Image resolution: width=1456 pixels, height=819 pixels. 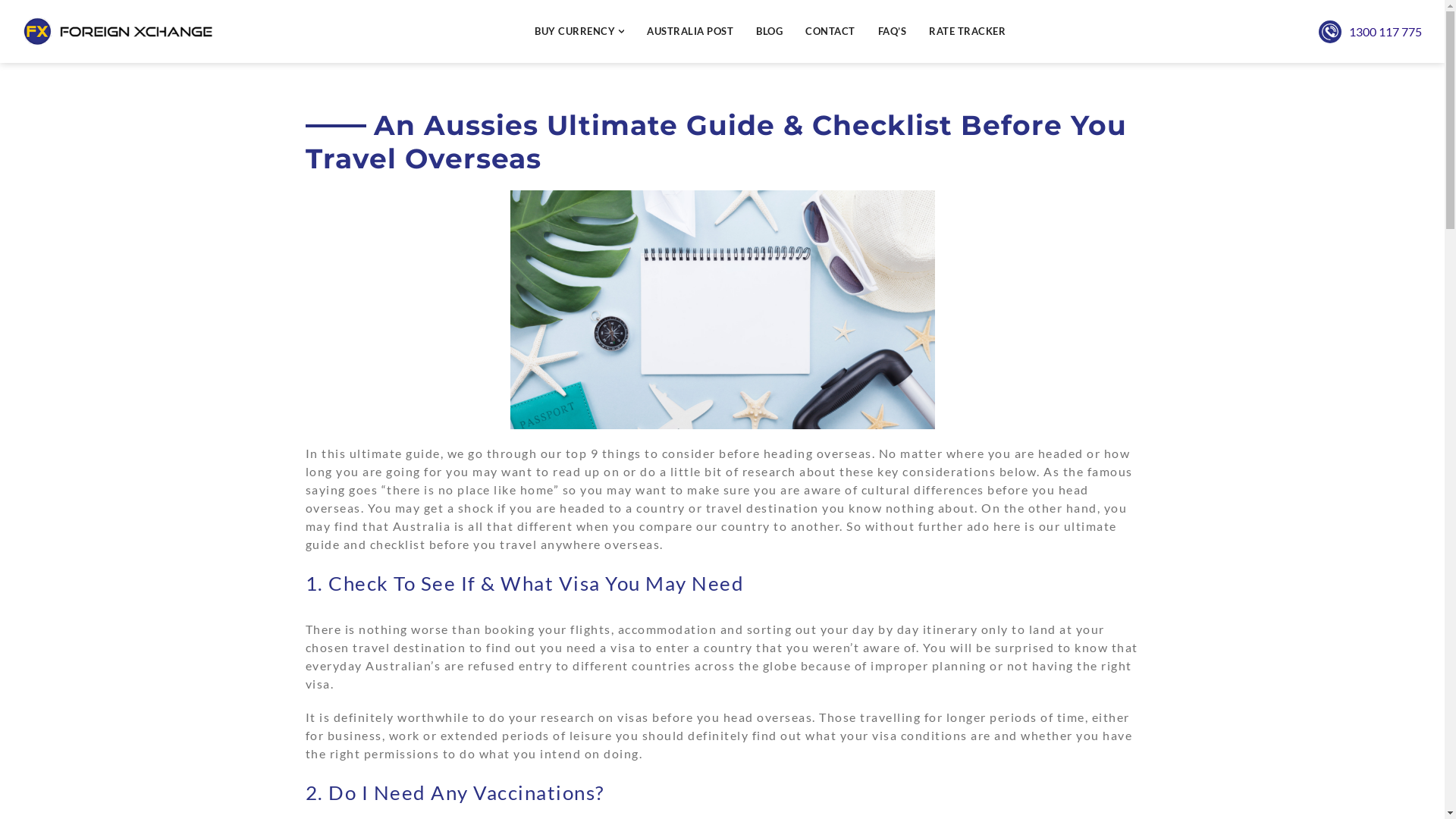 What do you see at coordinates (689, 31) in the screenshot?
I see `'AUSTRALIA POST'` at bounding box center [689, 31].